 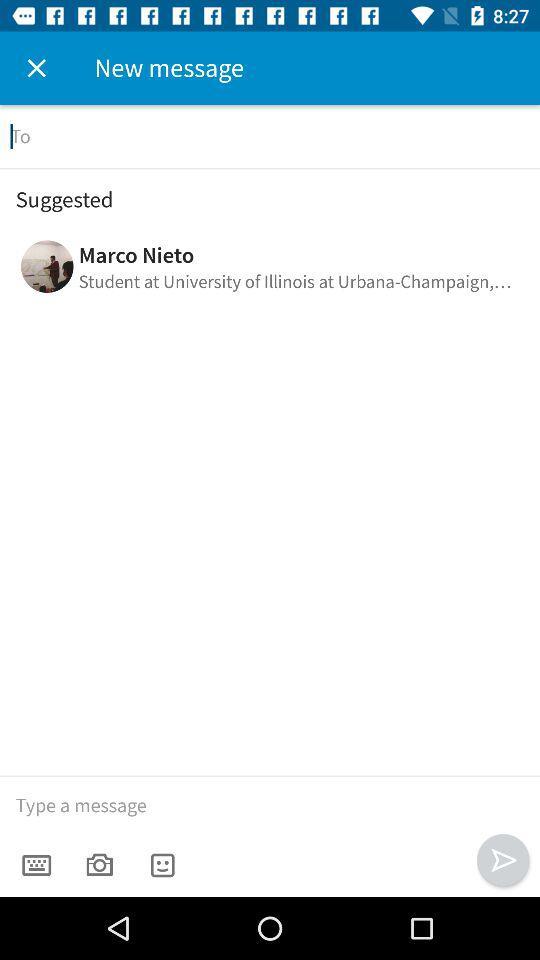 What do you see at coordinates (36, 68) in the screenshot?
I see `icon next to new message icon` at bounding box center [36, 68].